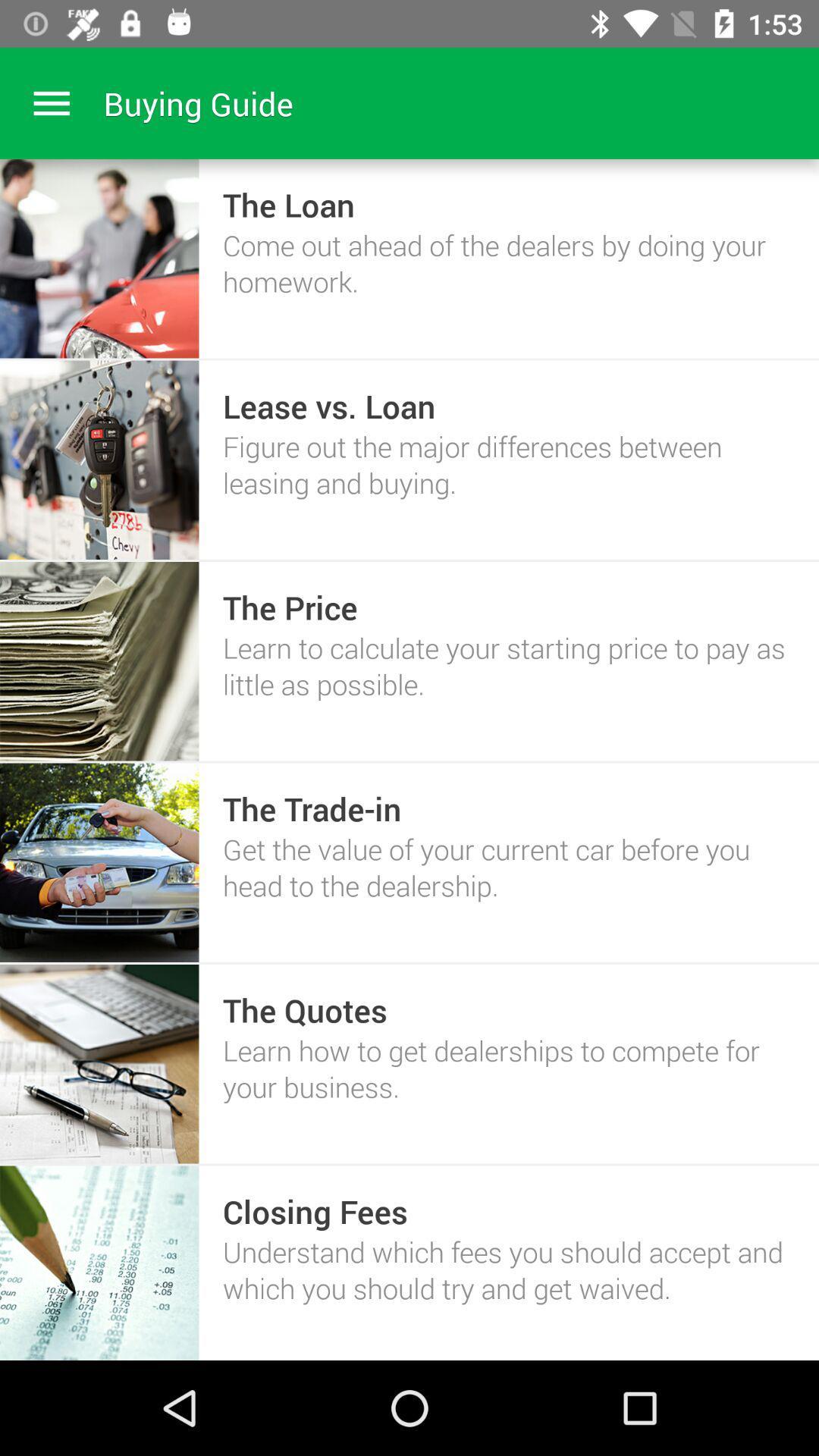 This screenshot has height=1456, width=819. I want to click on item below come out ahead, so click(328, 406).